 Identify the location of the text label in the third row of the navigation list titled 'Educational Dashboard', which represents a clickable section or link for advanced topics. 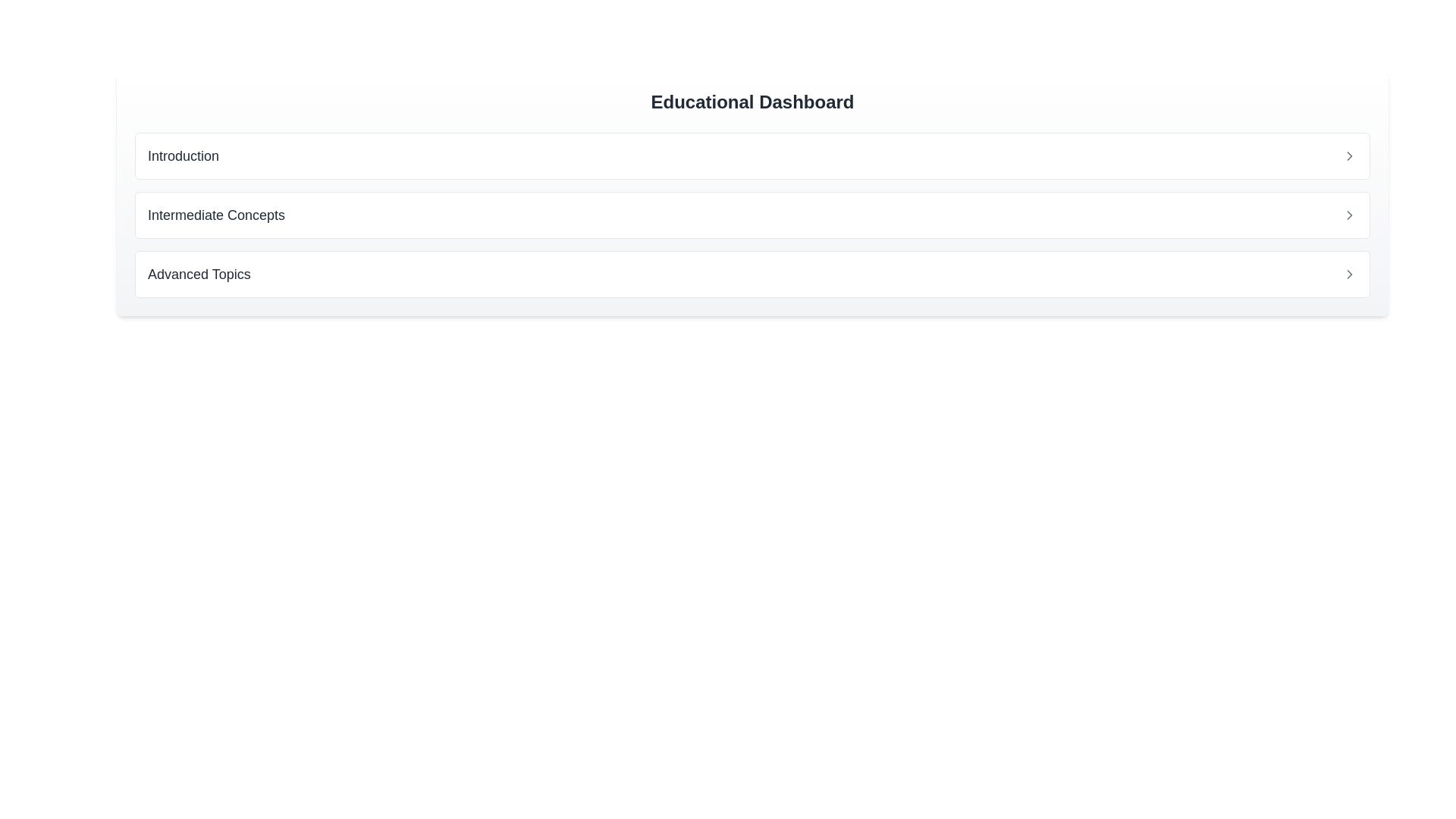
(198, 275).